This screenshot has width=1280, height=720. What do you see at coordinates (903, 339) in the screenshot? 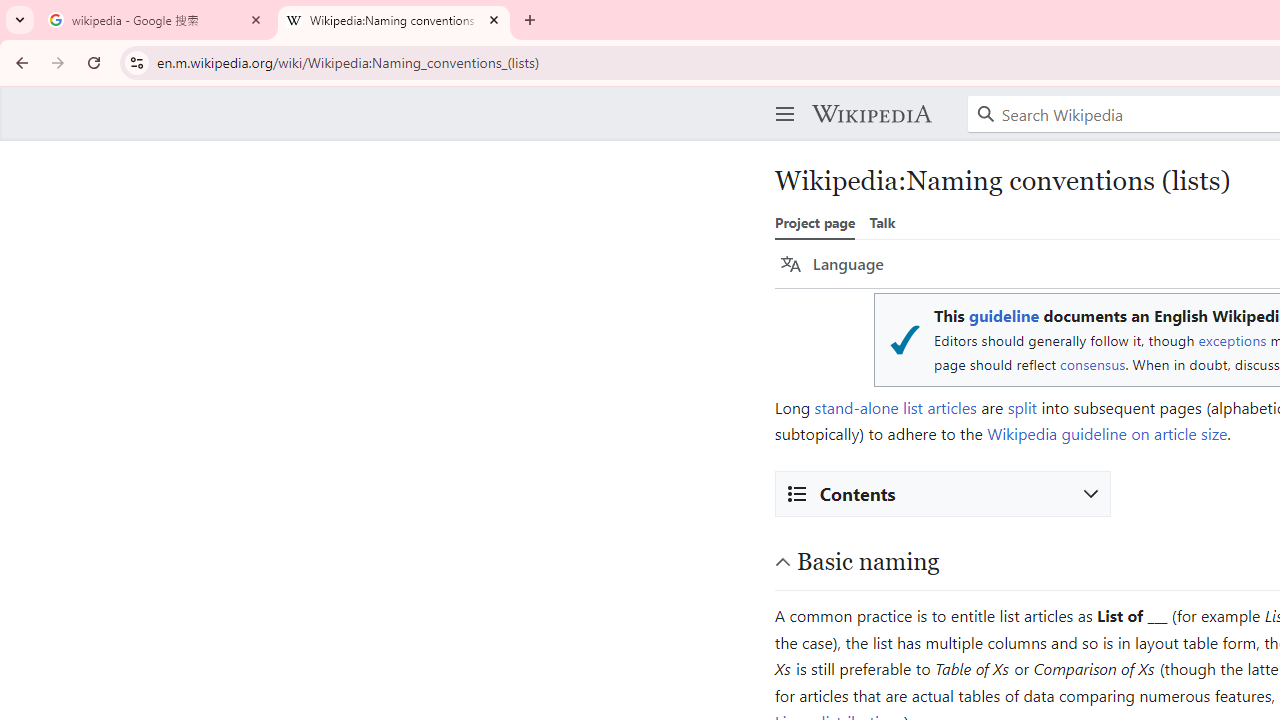
I see `'Blue tick'` at bounding box center [903, 339].